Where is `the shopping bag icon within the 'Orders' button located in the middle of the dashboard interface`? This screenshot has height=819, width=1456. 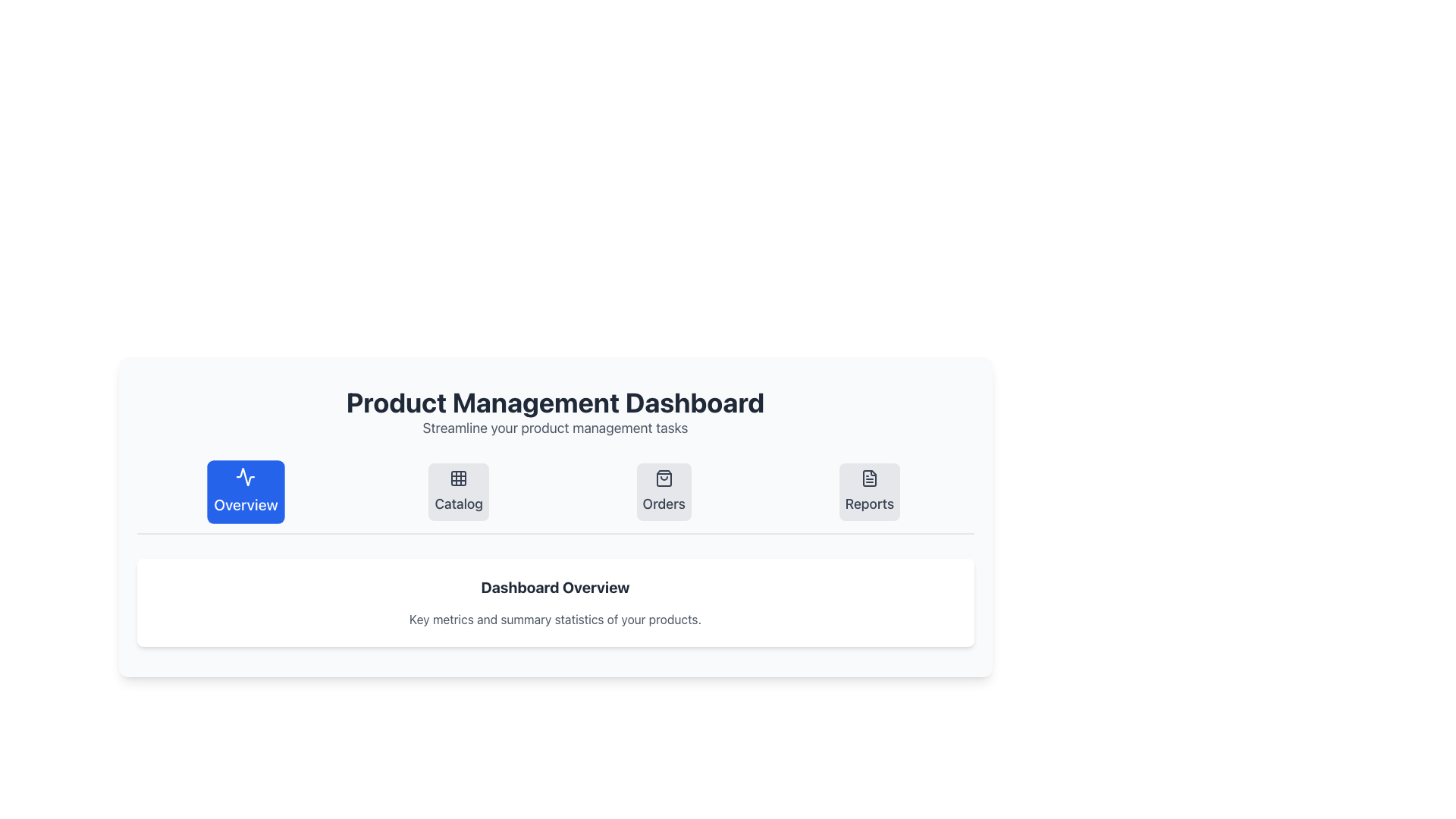 the shopping bag icon within the 'Orders' button located in the middle of the dashboard interface is located at coordinates (664, 479).